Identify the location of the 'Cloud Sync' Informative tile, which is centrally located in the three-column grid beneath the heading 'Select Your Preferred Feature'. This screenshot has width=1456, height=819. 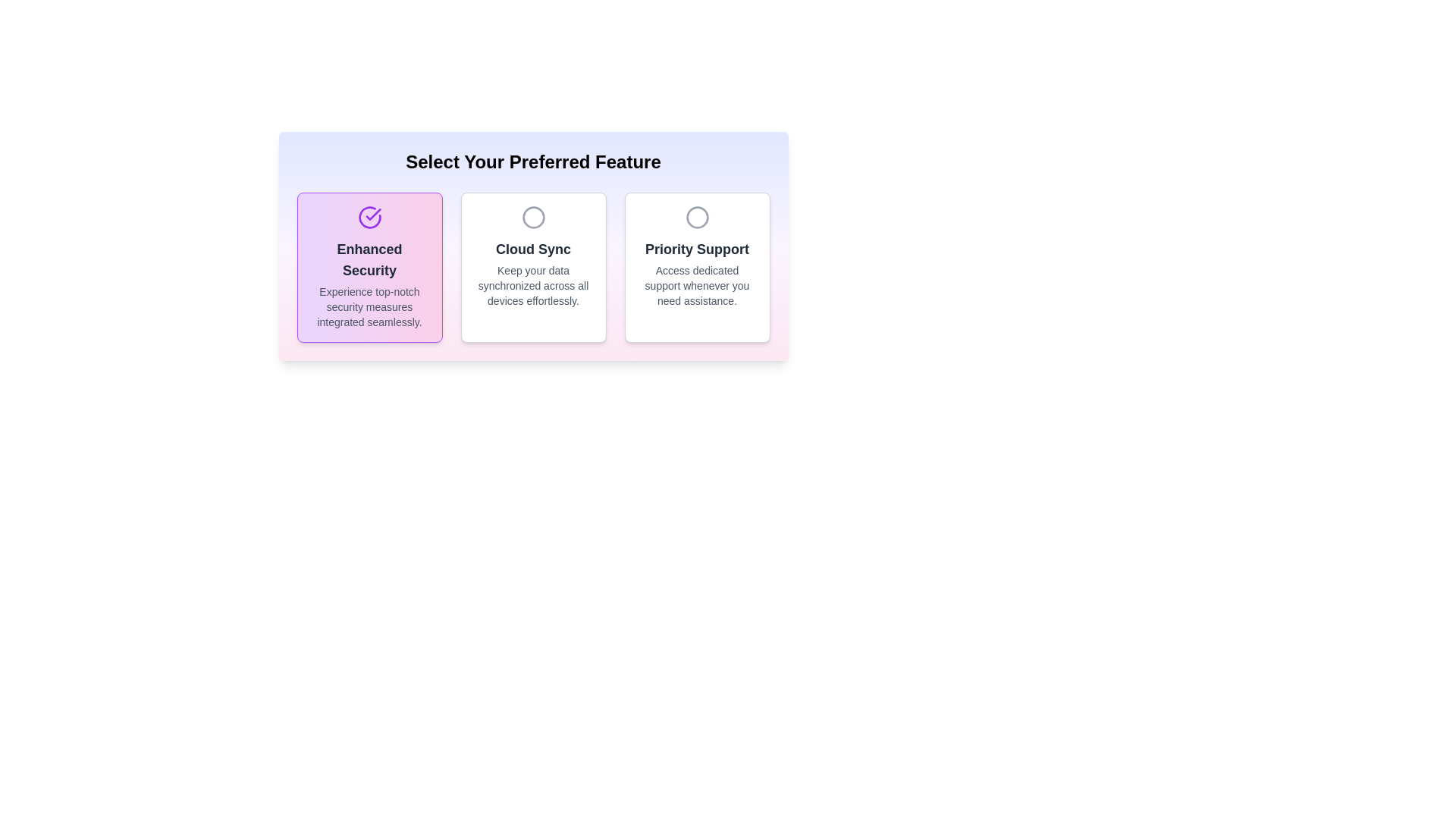
(533, 267).